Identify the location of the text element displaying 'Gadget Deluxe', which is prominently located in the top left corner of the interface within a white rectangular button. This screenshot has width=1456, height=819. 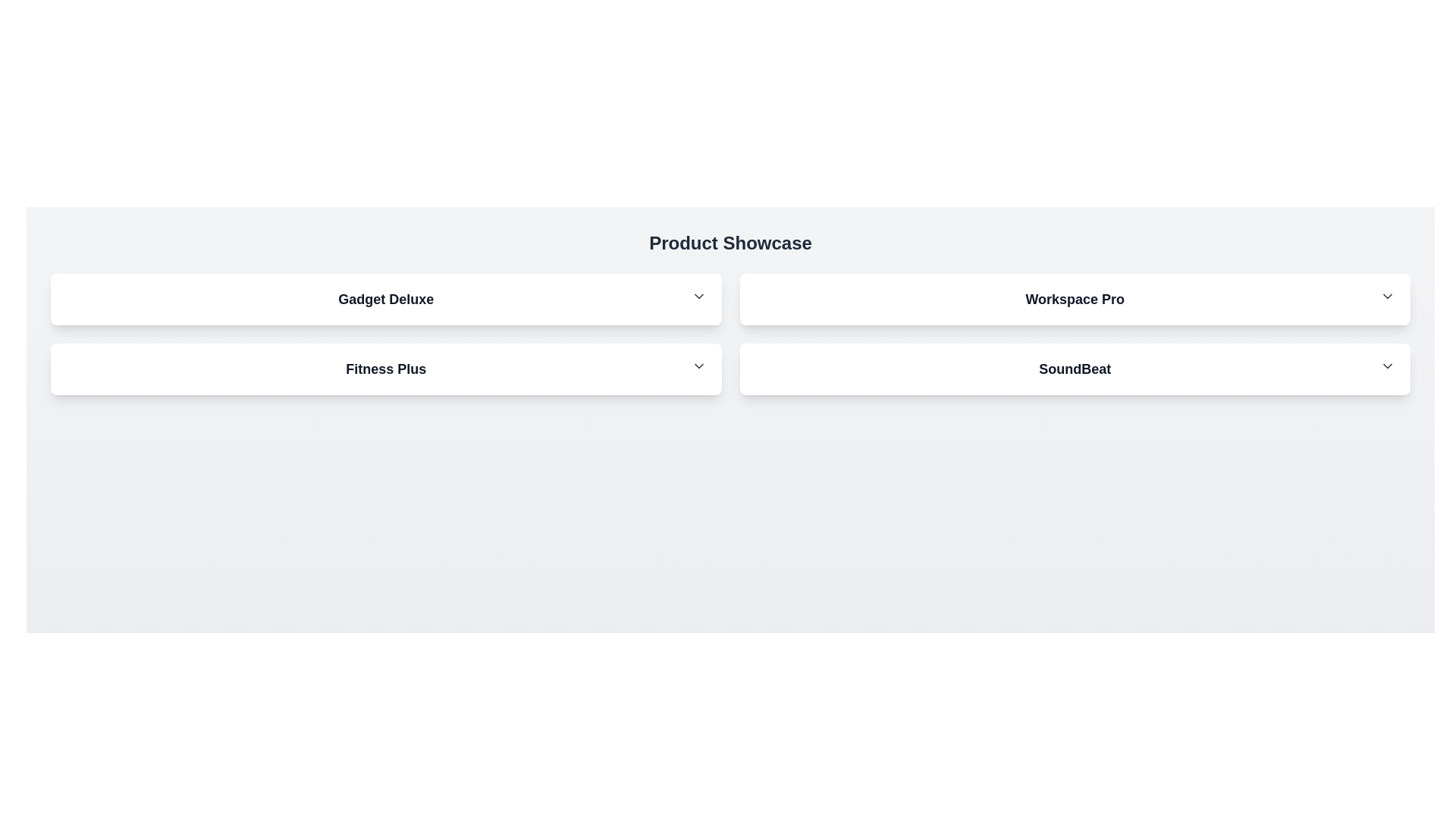
(386, 299).